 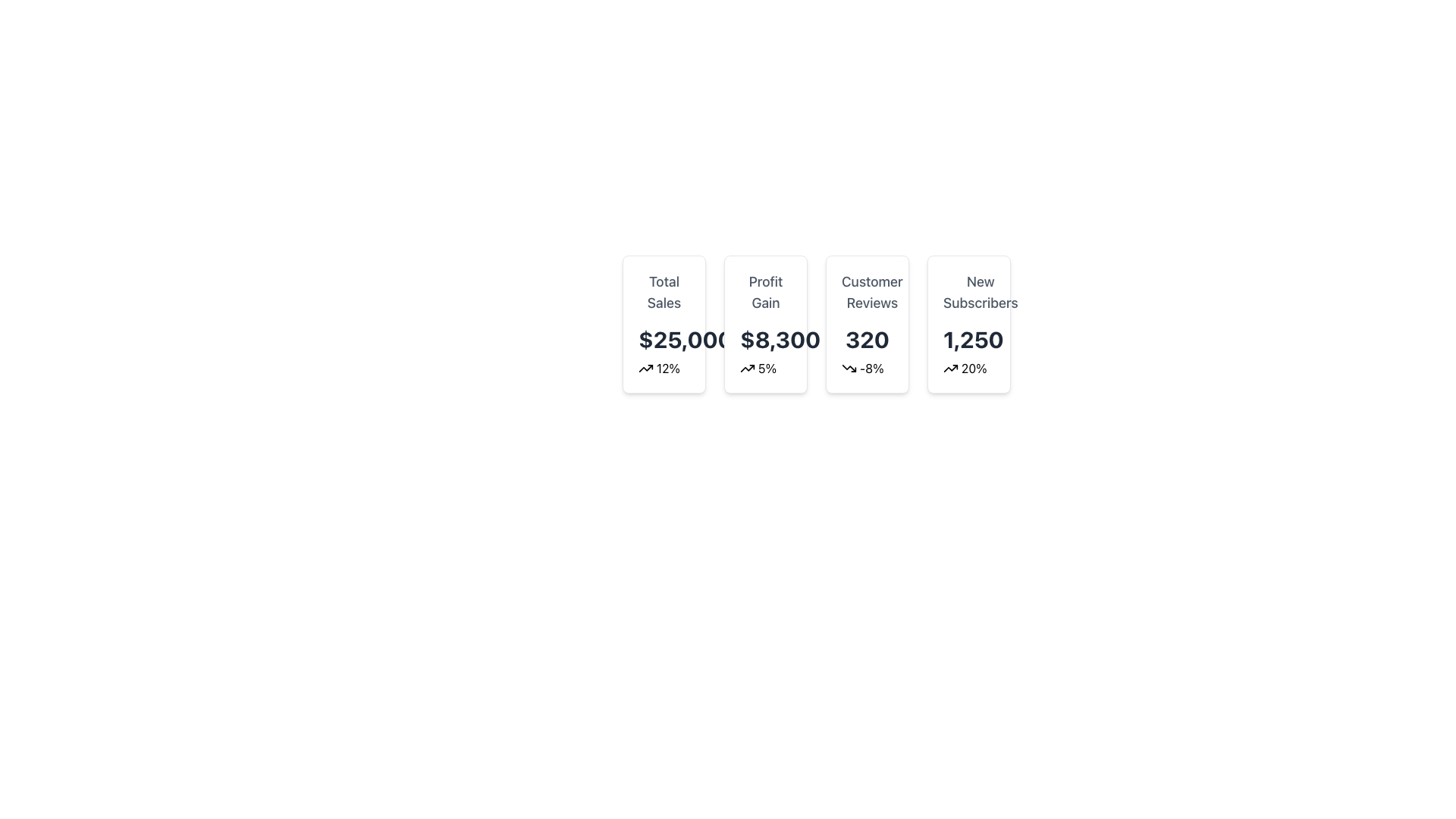 What do you see at coordinates (968, 338) in the screenshot?
I see `the numeric text '1,250' displayed in bold font within the 'New Subscribers' card, located below the label 'New Subscribers' and above '20%'` at bounding box center [968, 338].